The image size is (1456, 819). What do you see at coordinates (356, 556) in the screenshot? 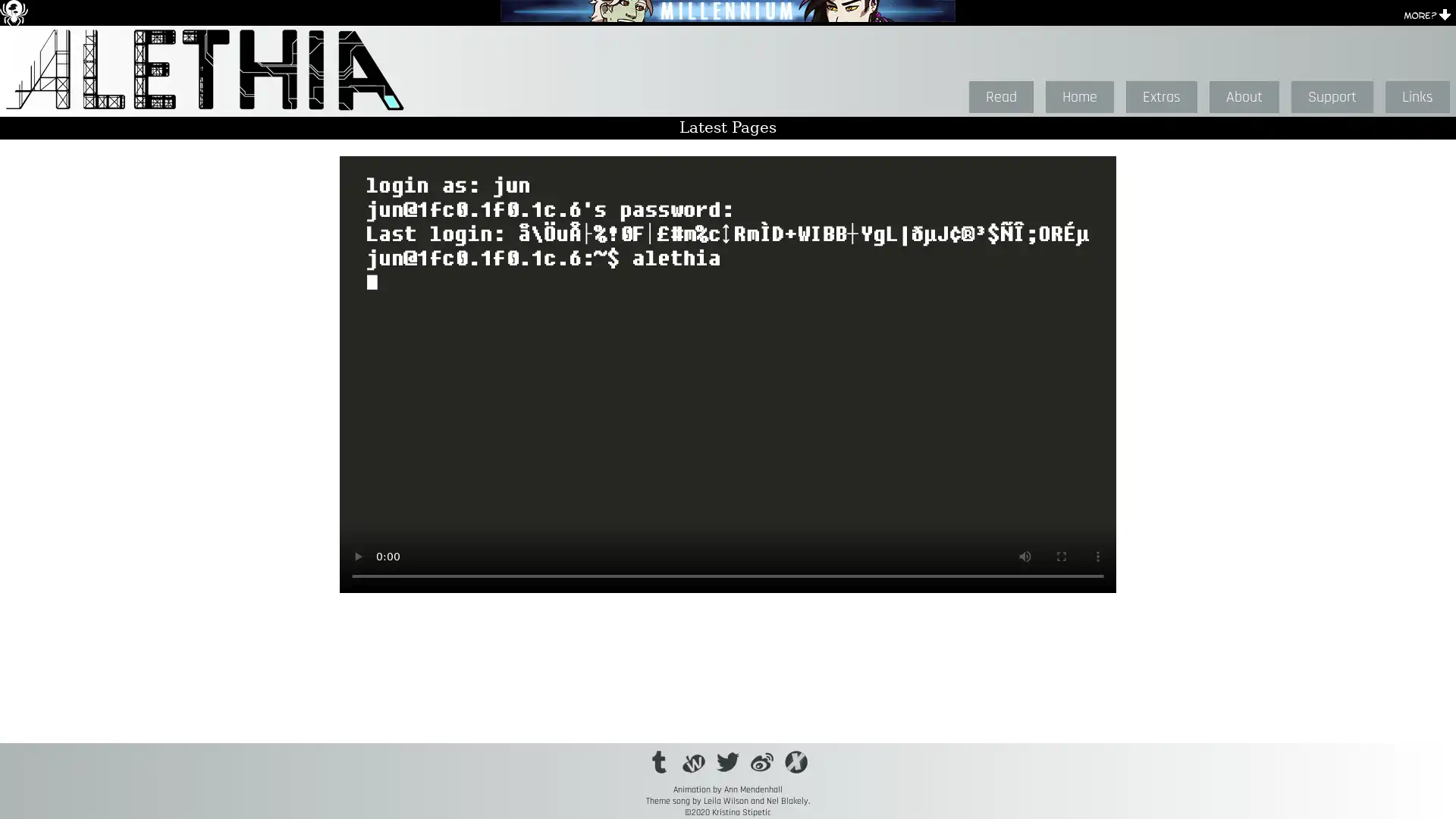
I see `play` at bounding box center [356, 556].